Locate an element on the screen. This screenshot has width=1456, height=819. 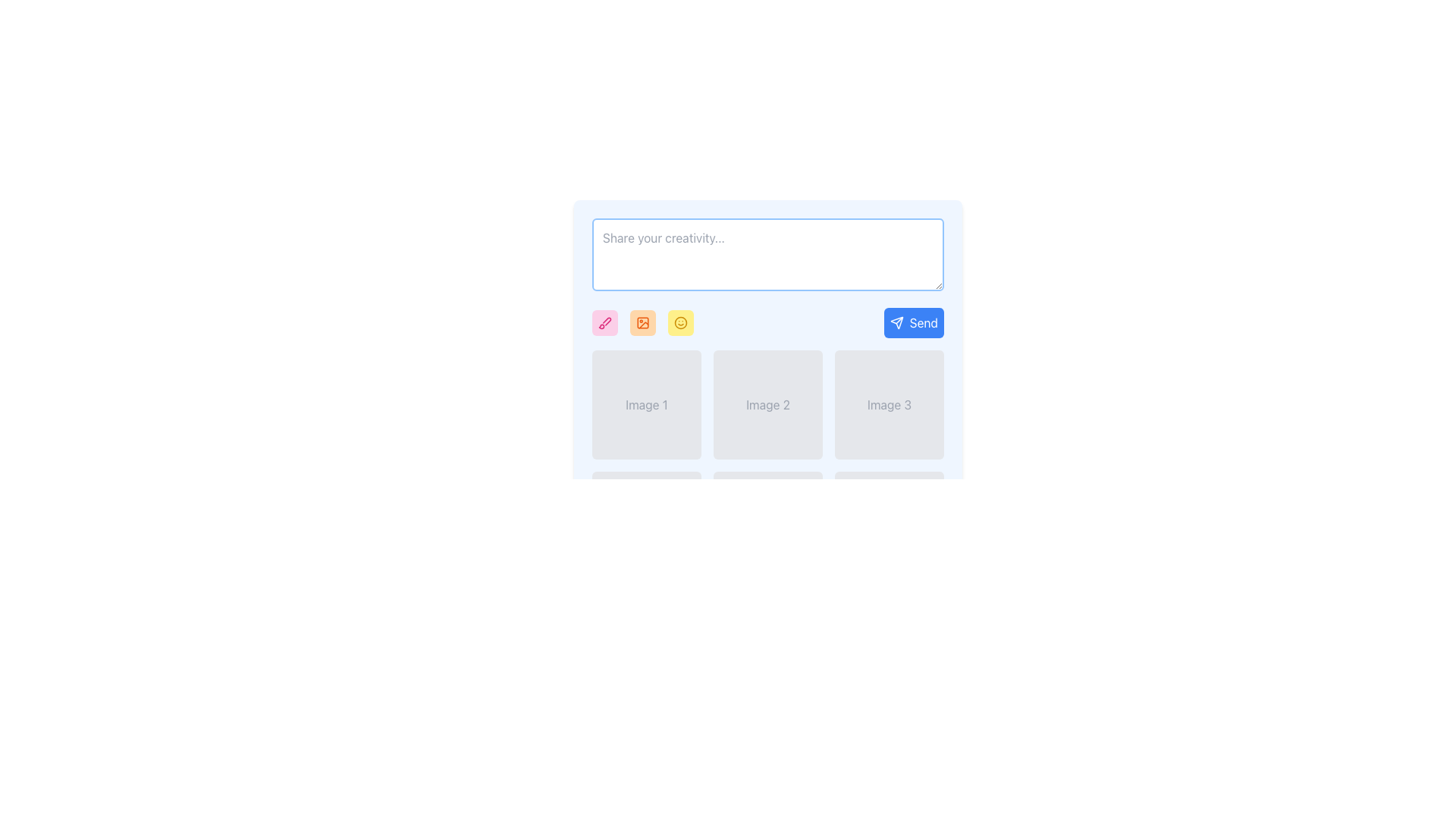
the visual content placeholder labeled 'Image 3' located is located at coordinates (889, 403).